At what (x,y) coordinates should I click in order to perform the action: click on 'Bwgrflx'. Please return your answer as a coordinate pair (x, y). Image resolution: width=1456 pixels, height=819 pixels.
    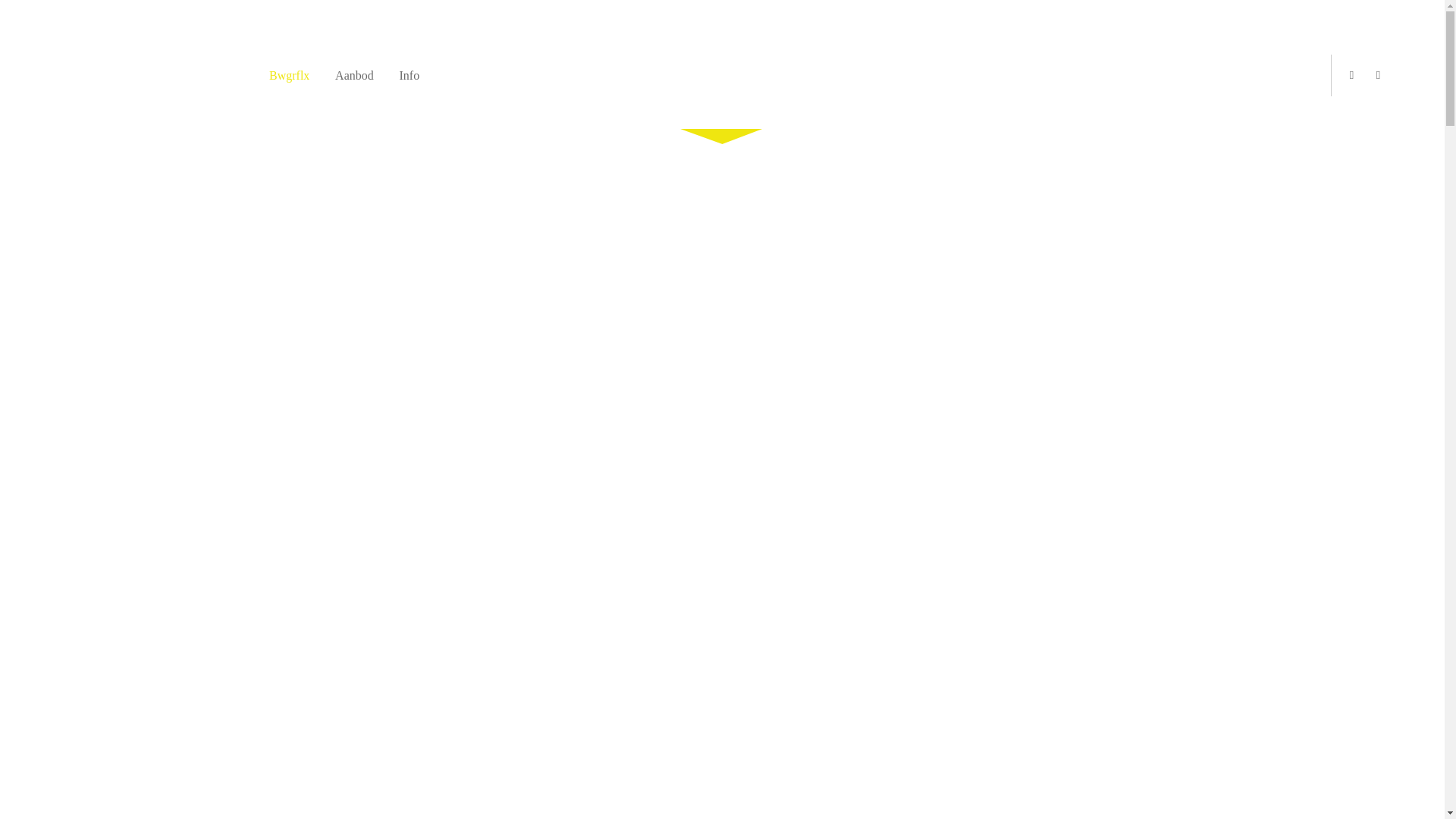
    Looking at the image, I should click on (289, 75).